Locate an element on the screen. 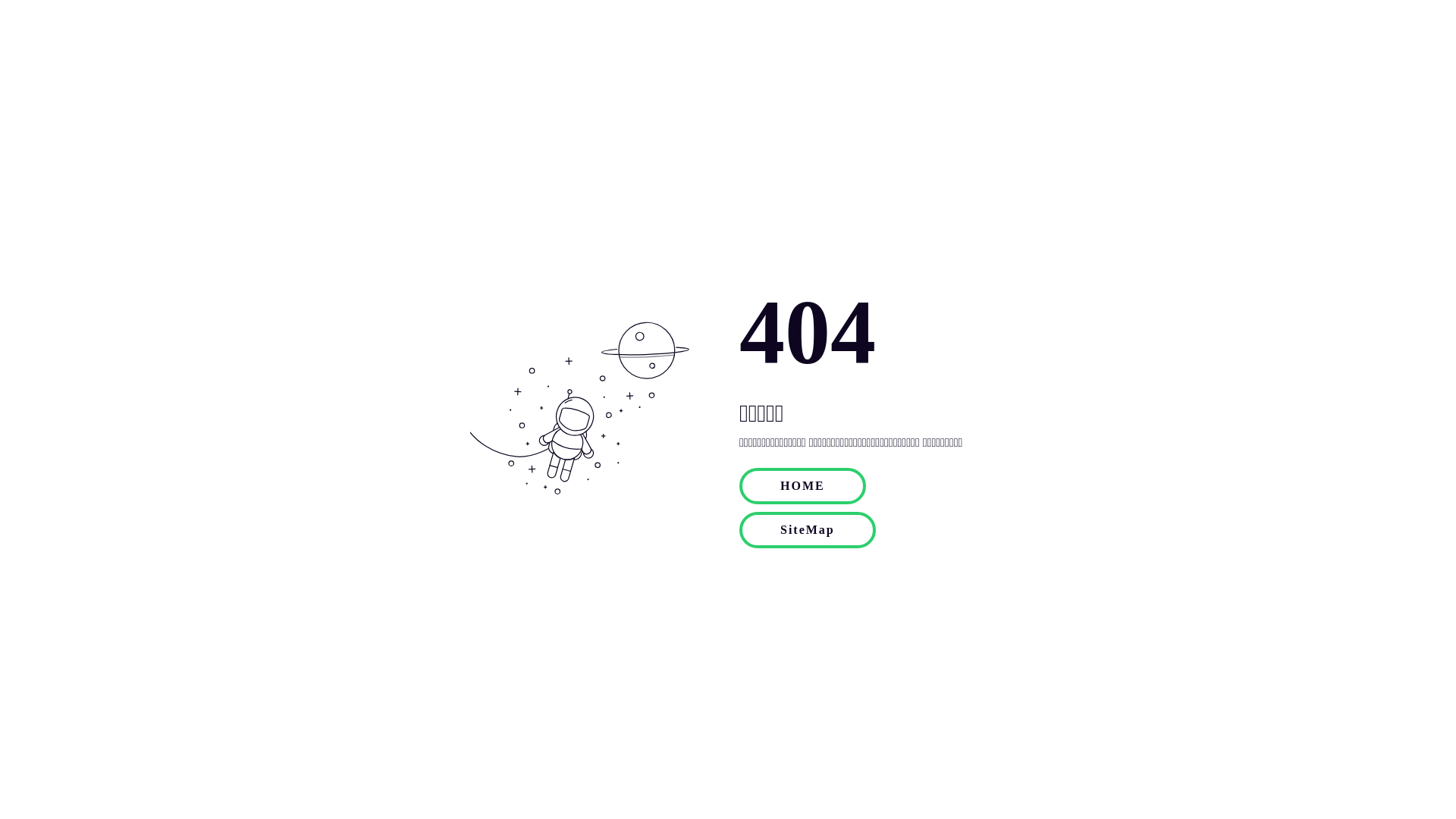 This screenshot has width=1456, height=819. 'SiteMap' is located at coordinates (807, 529).